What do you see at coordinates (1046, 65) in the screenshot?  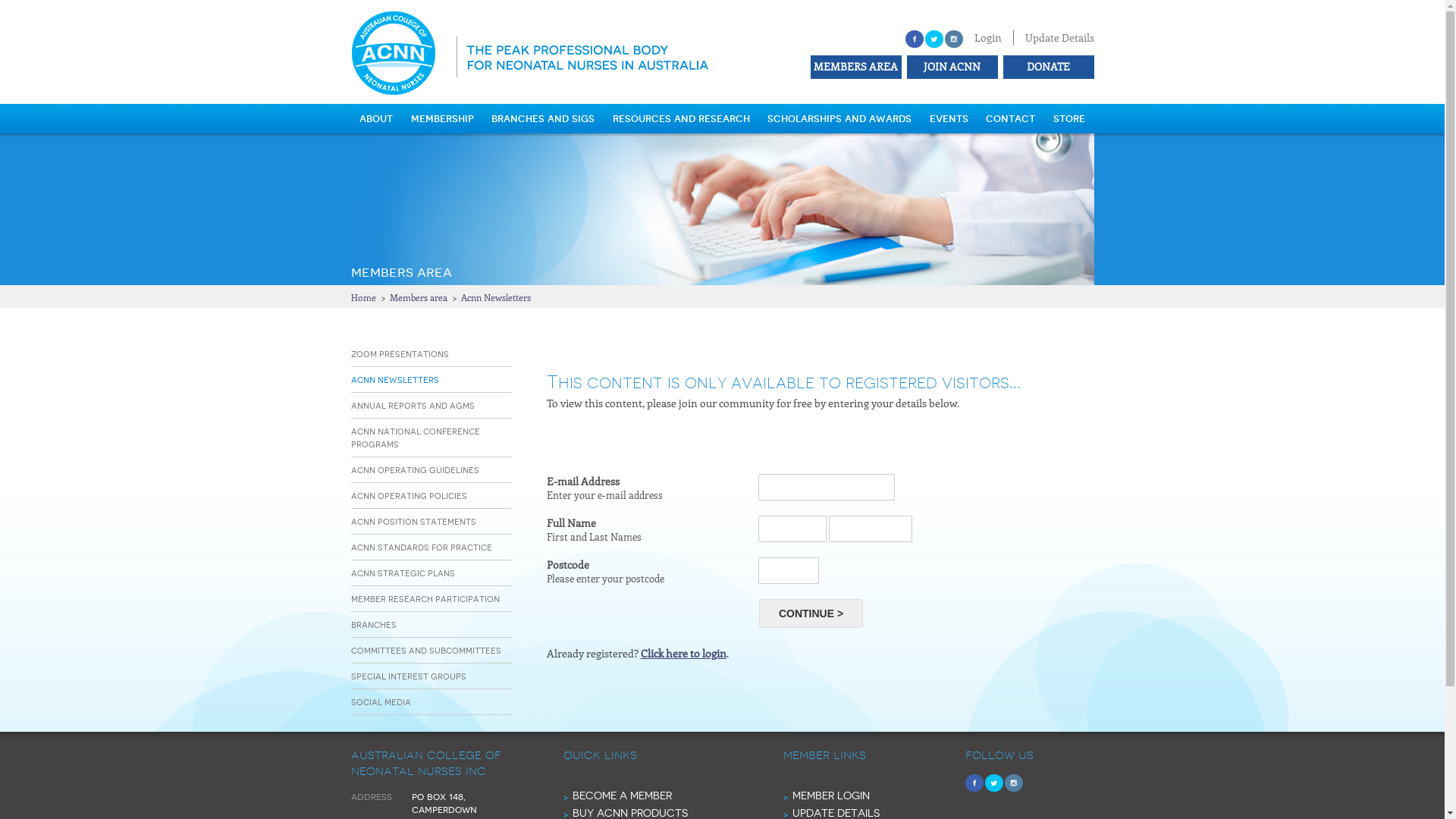 I see `'DONATE'` at bounding box center [1046, 65].